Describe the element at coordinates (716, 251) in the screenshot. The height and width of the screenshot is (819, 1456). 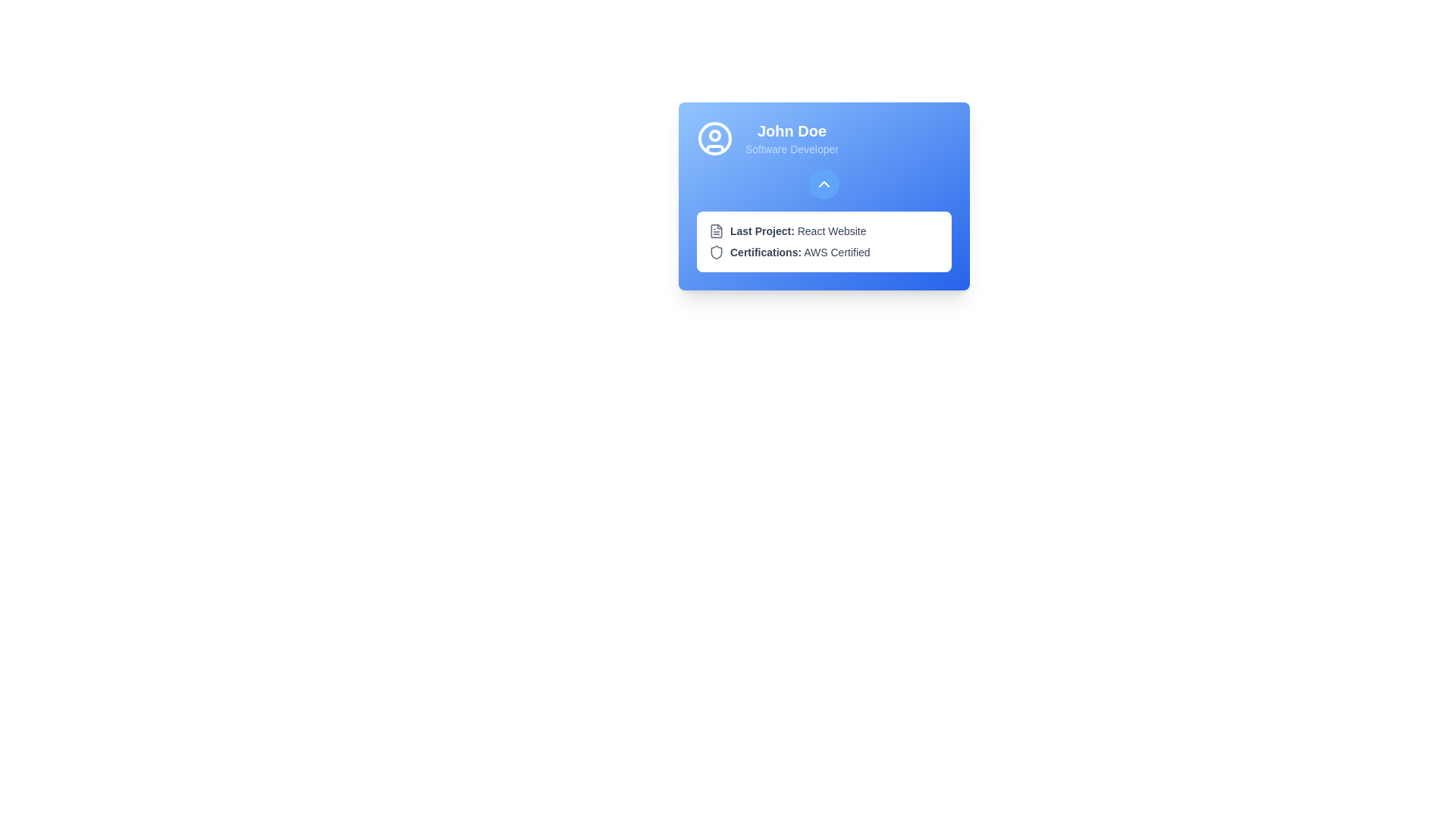
I see `the certification icon located to the left of the label 'Certifications: AWS Certified'` at that location.